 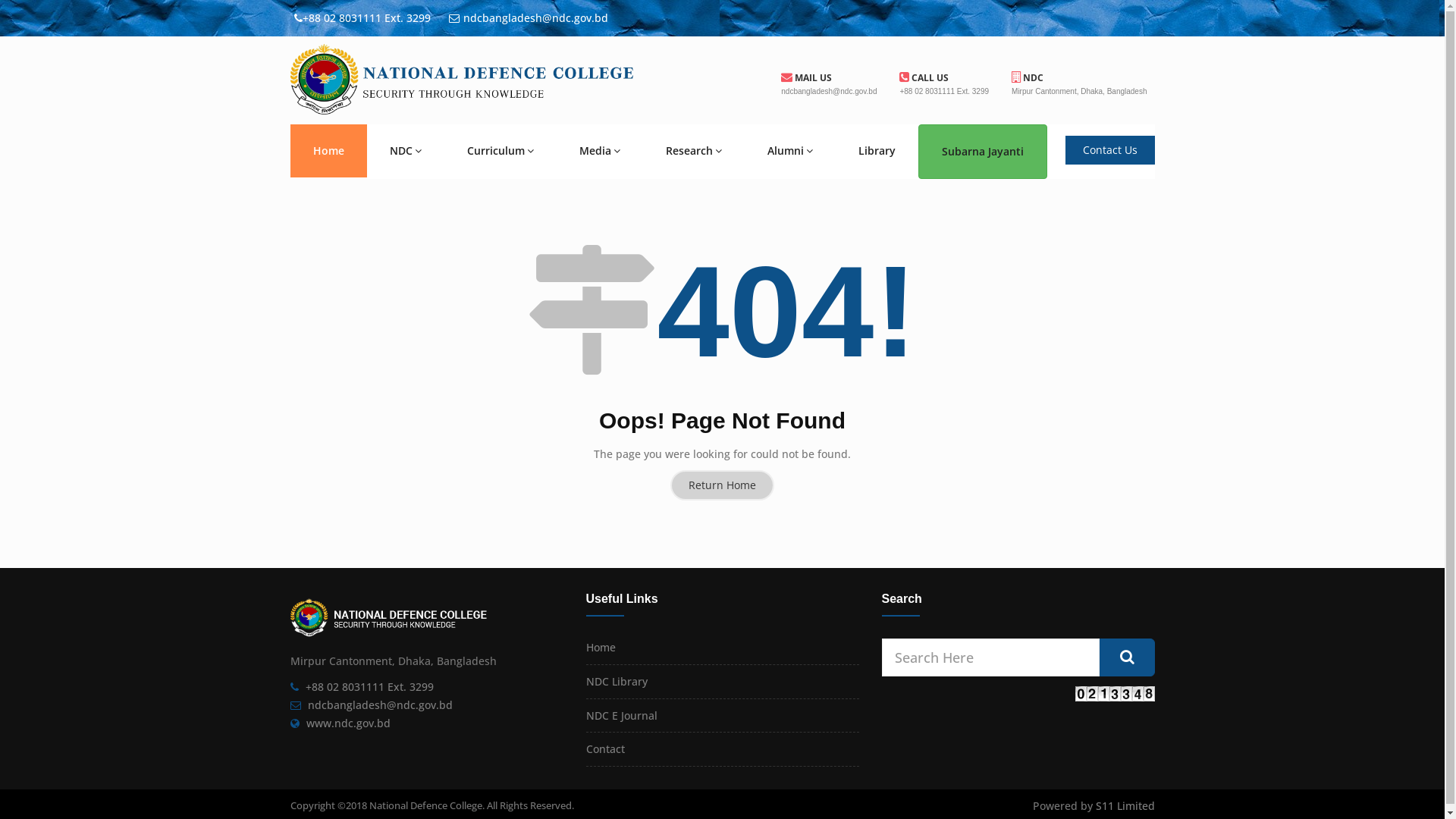 I want to click on 'CALL US', so click(x=923, y=77).